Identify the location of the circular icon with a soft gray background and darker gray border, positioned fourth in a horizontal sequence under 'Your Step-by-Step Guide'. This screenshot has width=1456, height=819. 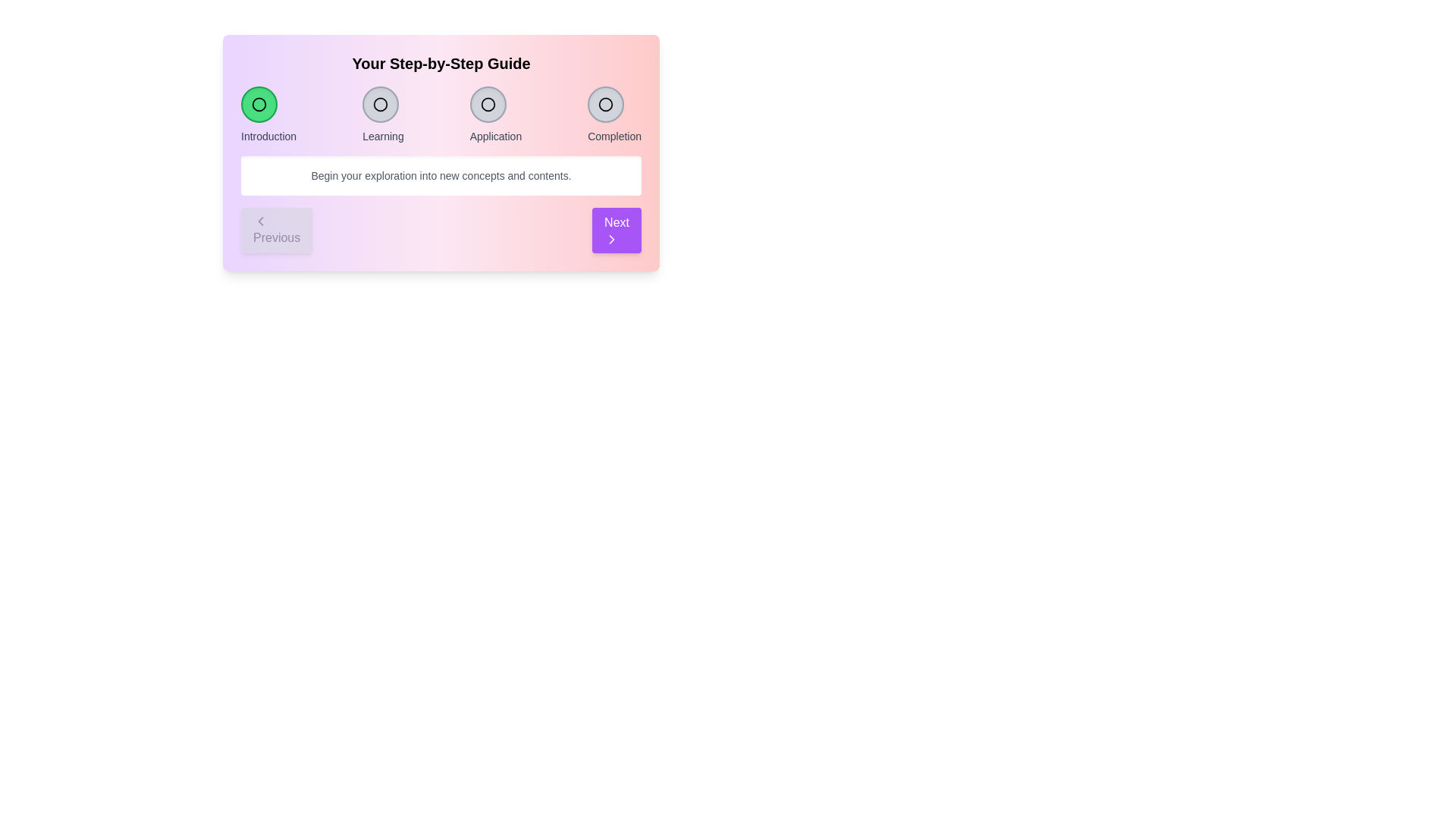
(605, 104).